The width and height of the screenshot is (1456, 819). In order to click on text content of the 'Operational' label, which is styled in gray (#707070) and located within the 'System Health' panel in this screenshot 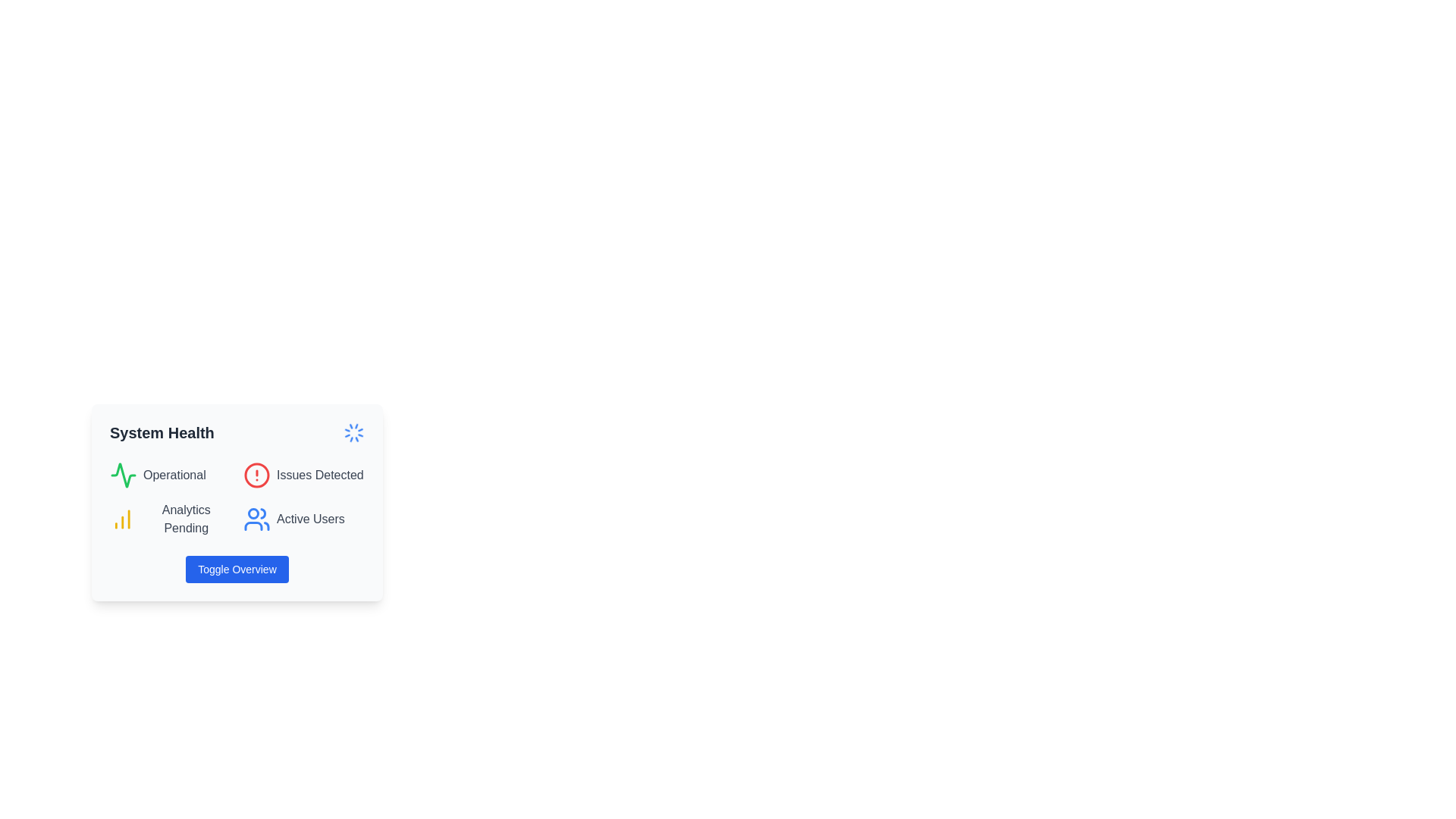, I will do `click(174, 475)`.